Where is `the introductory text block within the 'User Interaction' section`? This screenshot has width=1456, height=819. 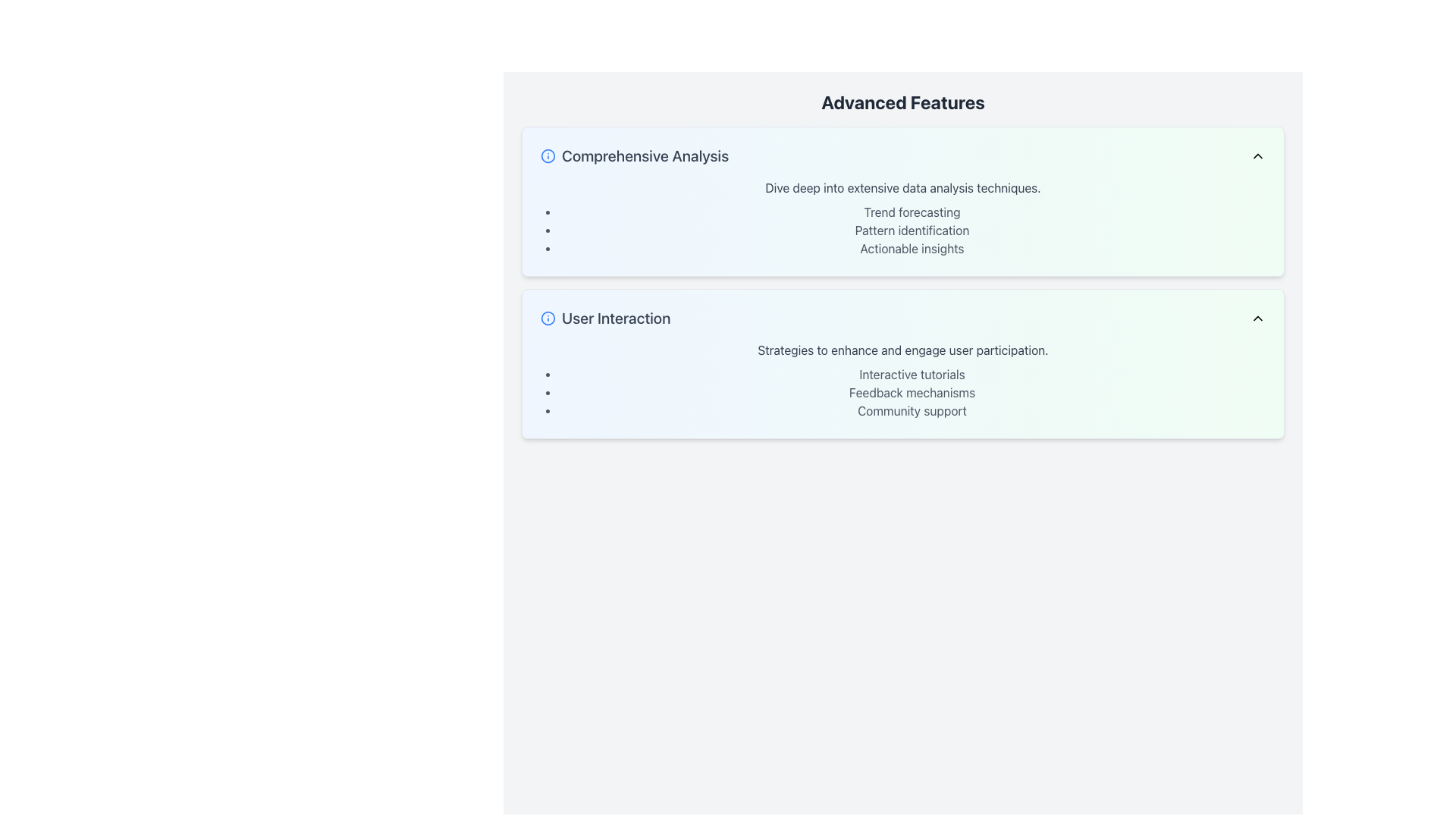
the introductory text block within the 'User Interaction' section is located at coordinates (902, 350).